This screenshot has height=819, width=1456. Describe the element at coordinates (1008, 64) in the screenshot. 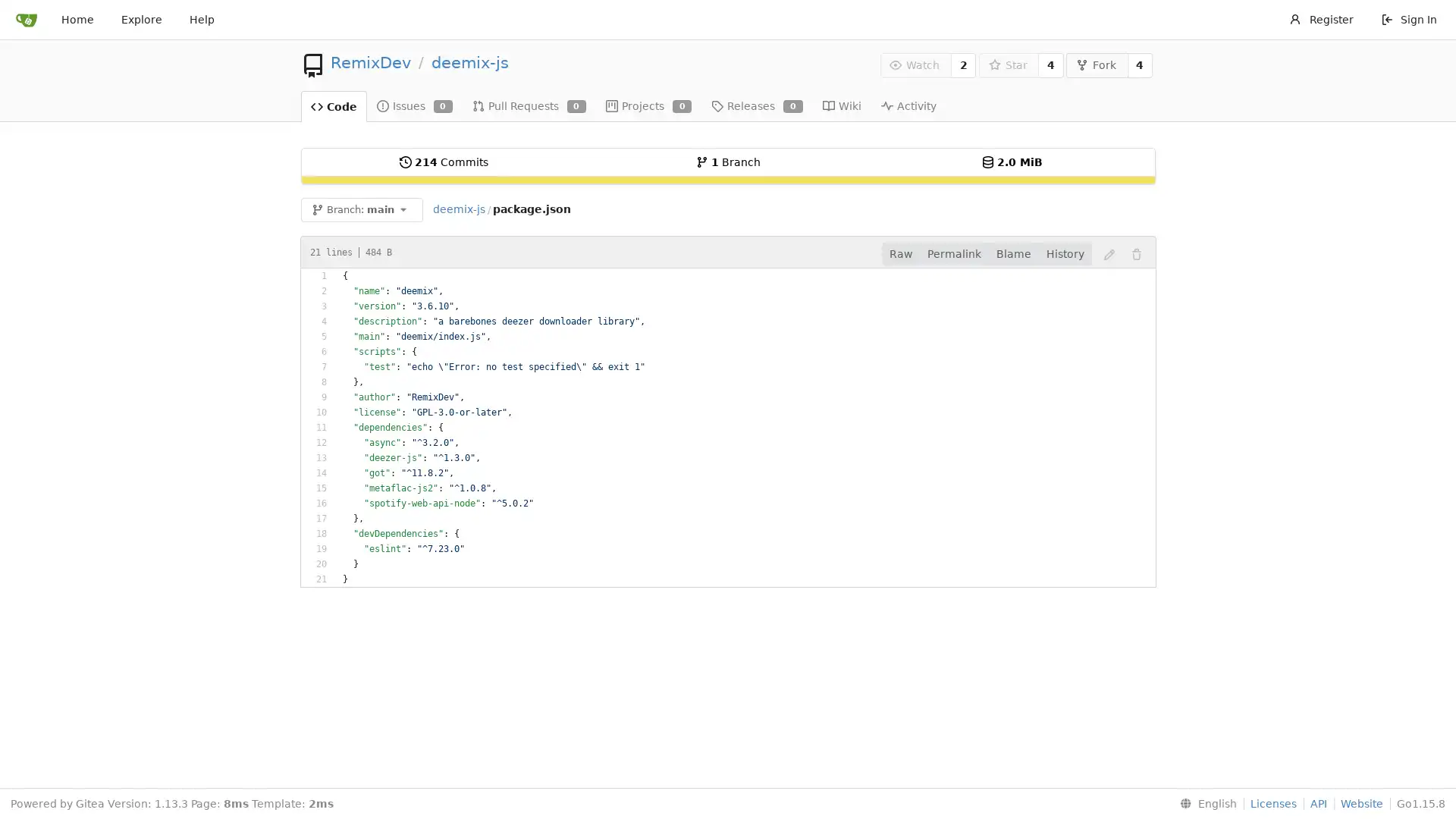

I see `Star` at that location.